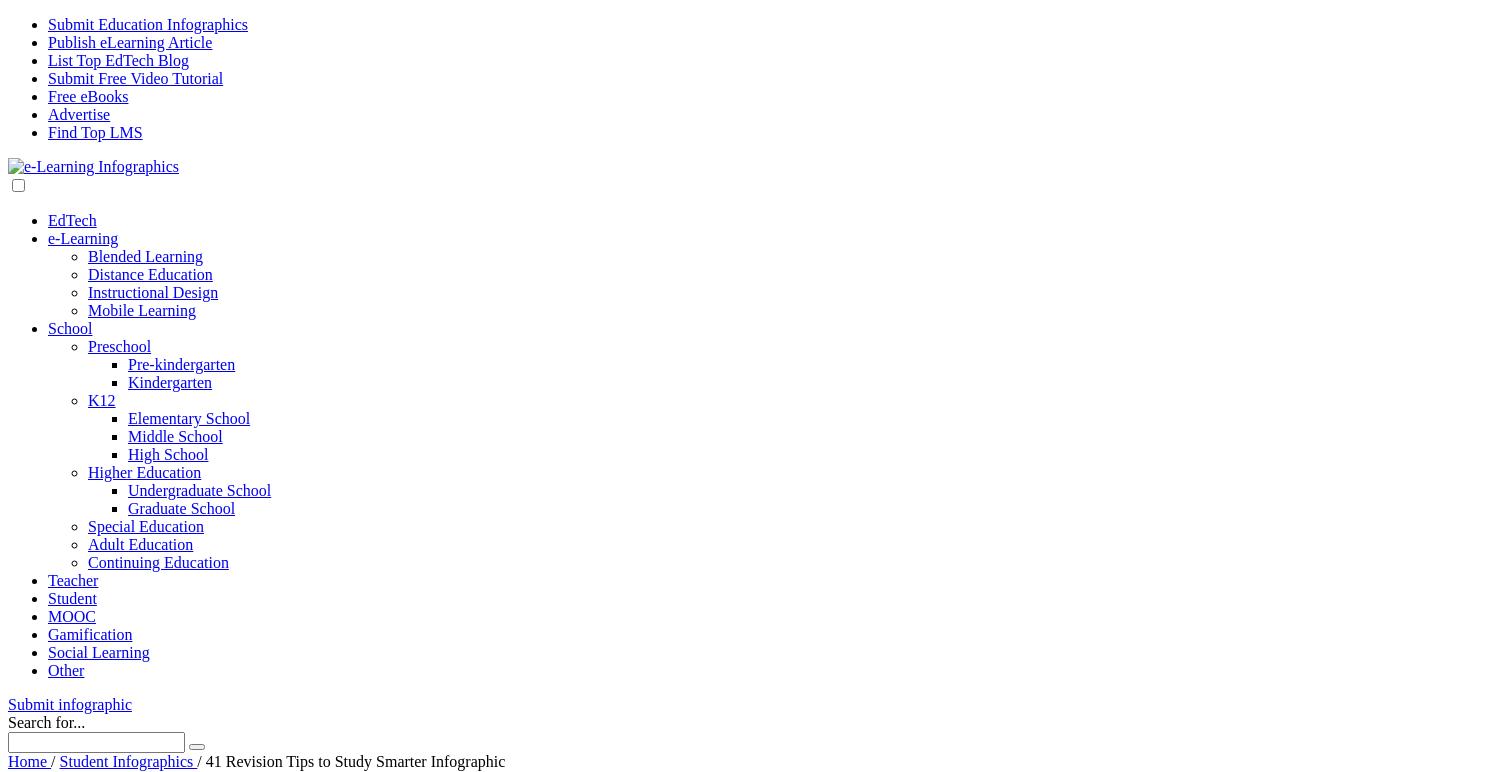  What do you see at coordinates (90, 633) in the screenshot?
I see `'Gamification'` at bounding box center [90, 633].